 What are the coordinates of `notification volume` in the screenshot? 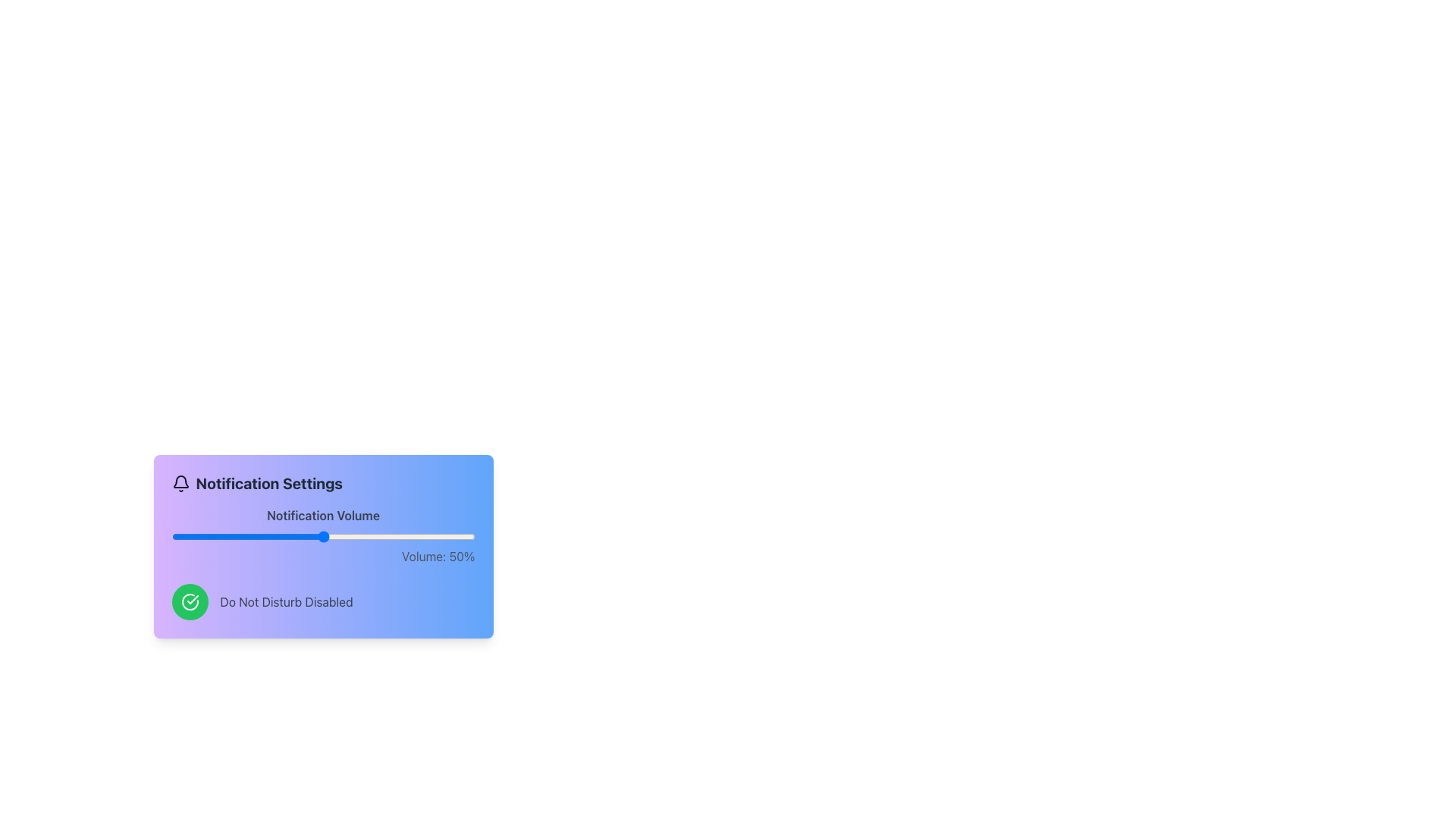 It's located at (313, 536).